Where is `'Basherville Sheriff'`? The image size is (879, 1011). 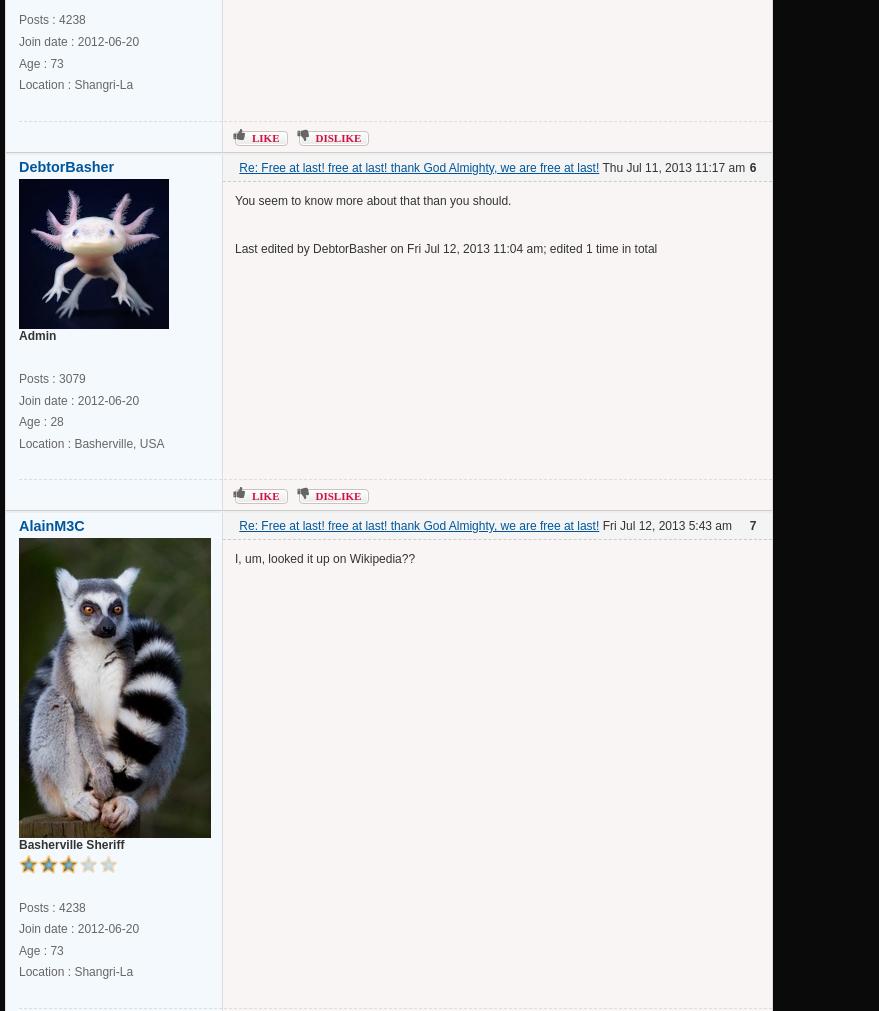 'Basherville Sheriff' is located at coordinates (71, 842).